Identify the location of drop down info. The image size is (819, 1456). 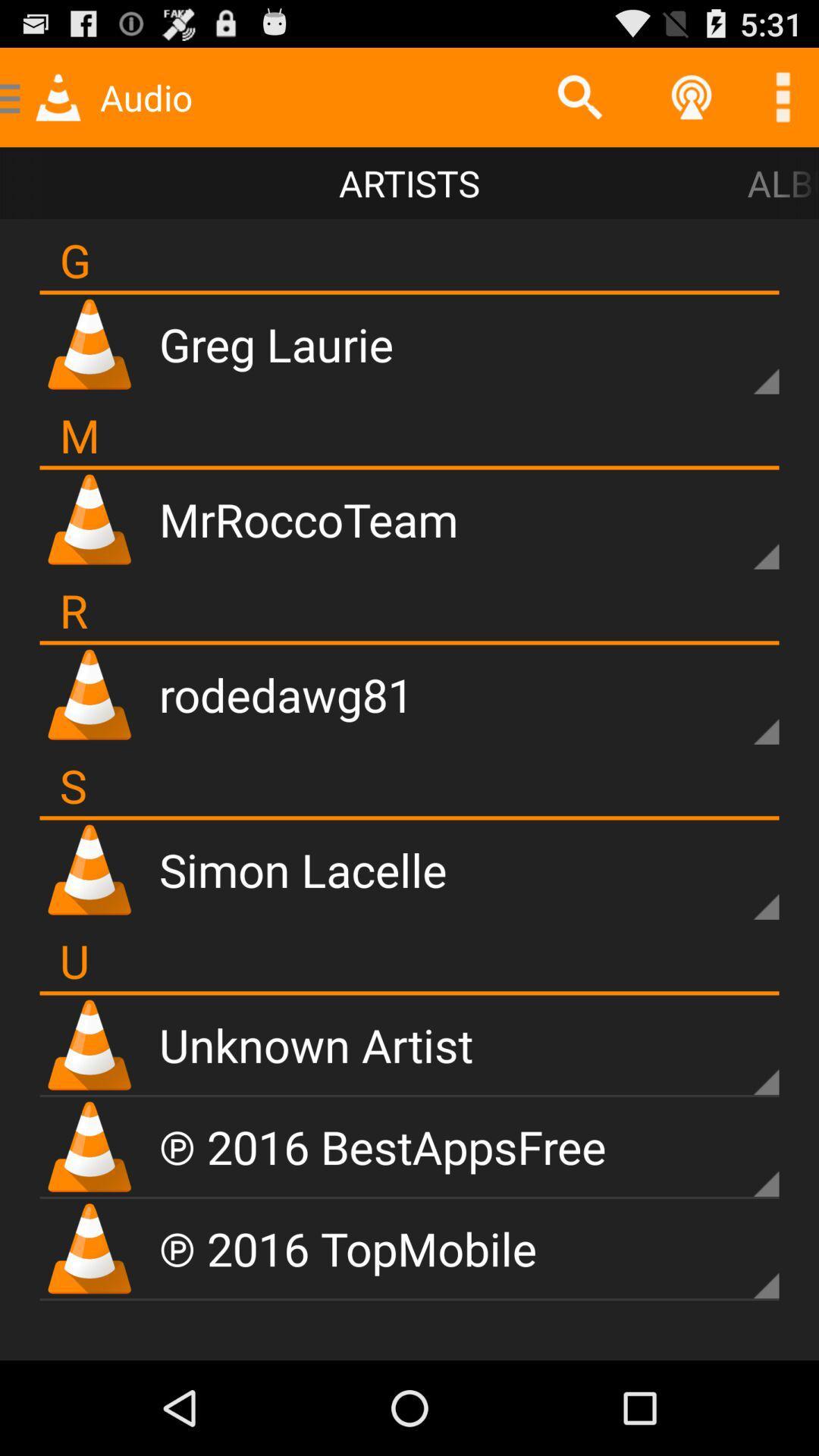
(739, 531).